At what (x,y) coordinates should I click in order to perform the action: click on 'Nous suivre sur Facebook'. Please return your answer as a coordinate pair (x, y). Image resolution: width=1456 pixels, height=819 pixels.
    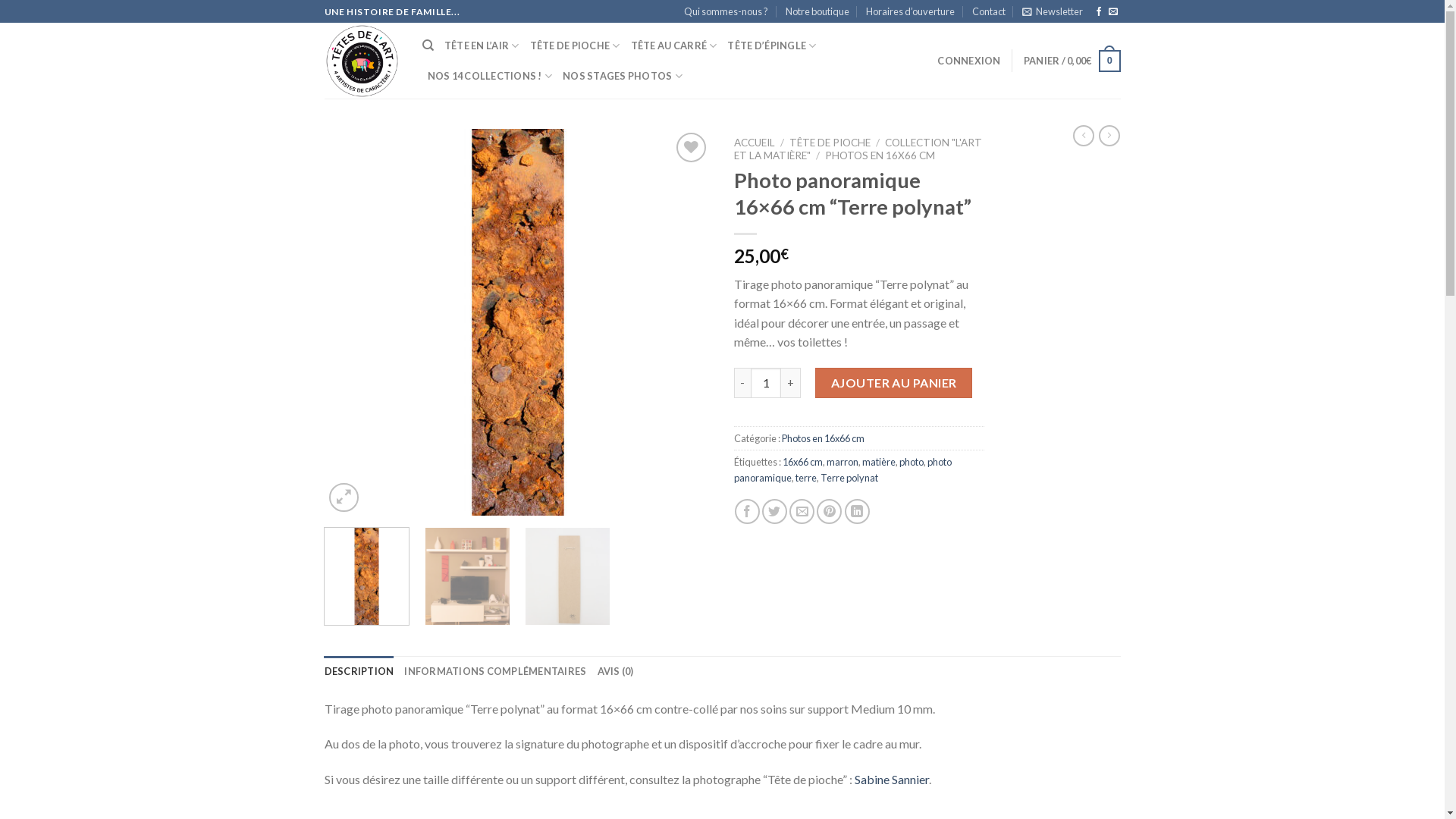
    Looking at the image, I should click on (1099, 11).